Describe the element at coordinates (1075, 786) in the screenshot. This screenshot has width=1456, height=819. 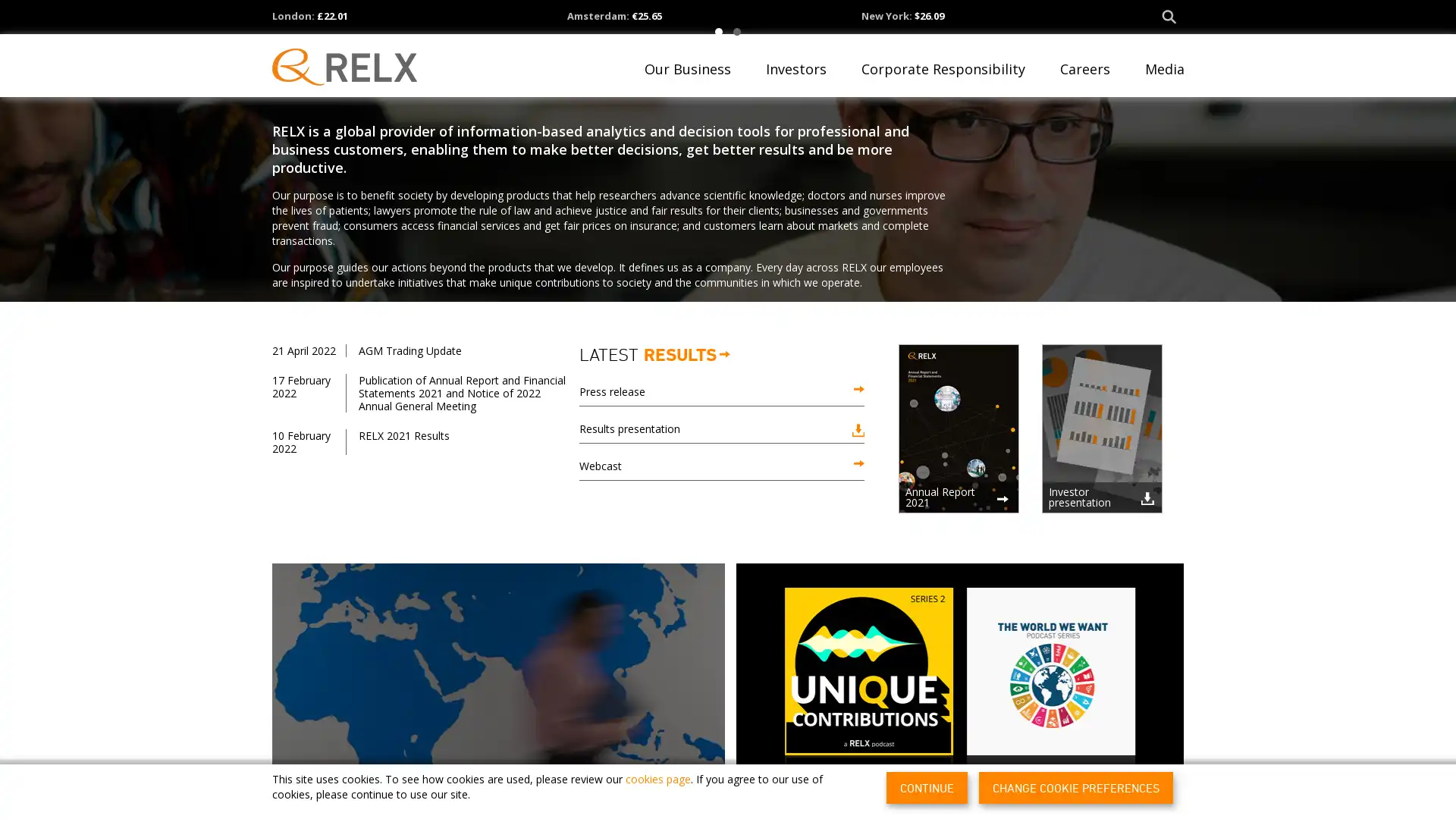
I see `CHANGE COOKIE PREFERENCES` at that location.